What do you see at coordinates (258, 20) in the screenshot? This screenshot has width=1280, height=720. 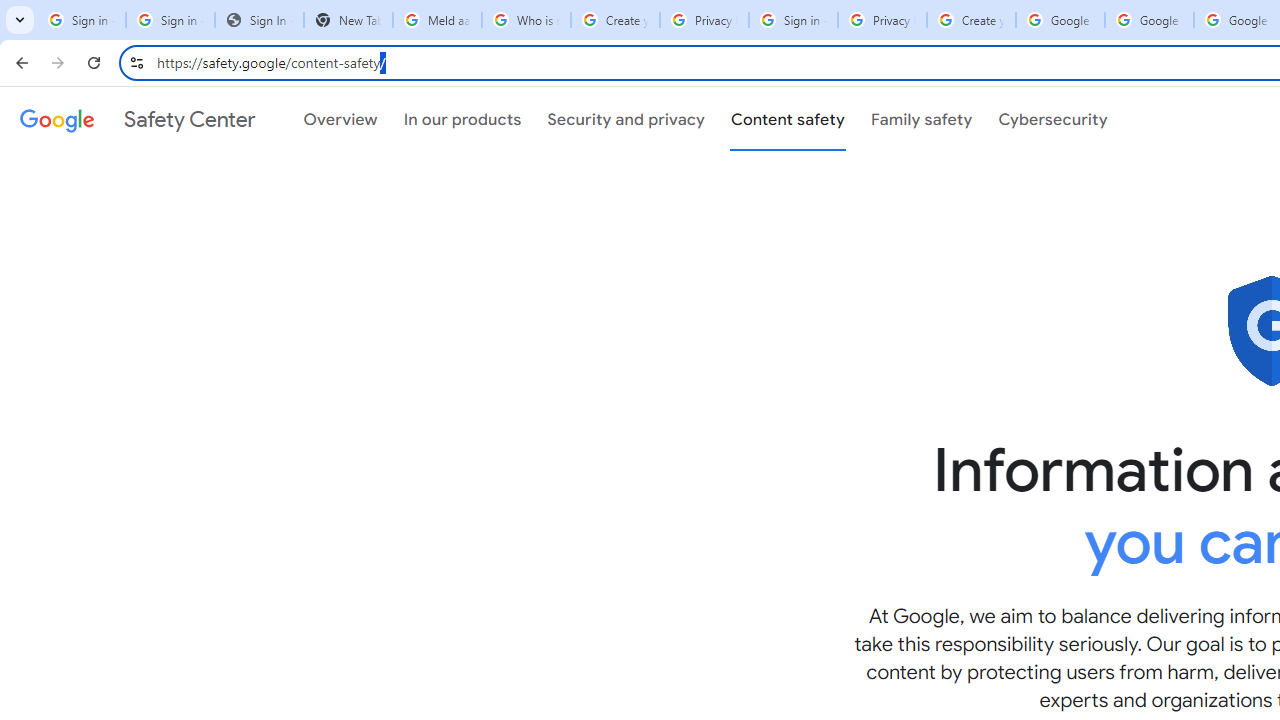 I see `'Sign In - USA TODAY'` at bounding box center [258, 20].